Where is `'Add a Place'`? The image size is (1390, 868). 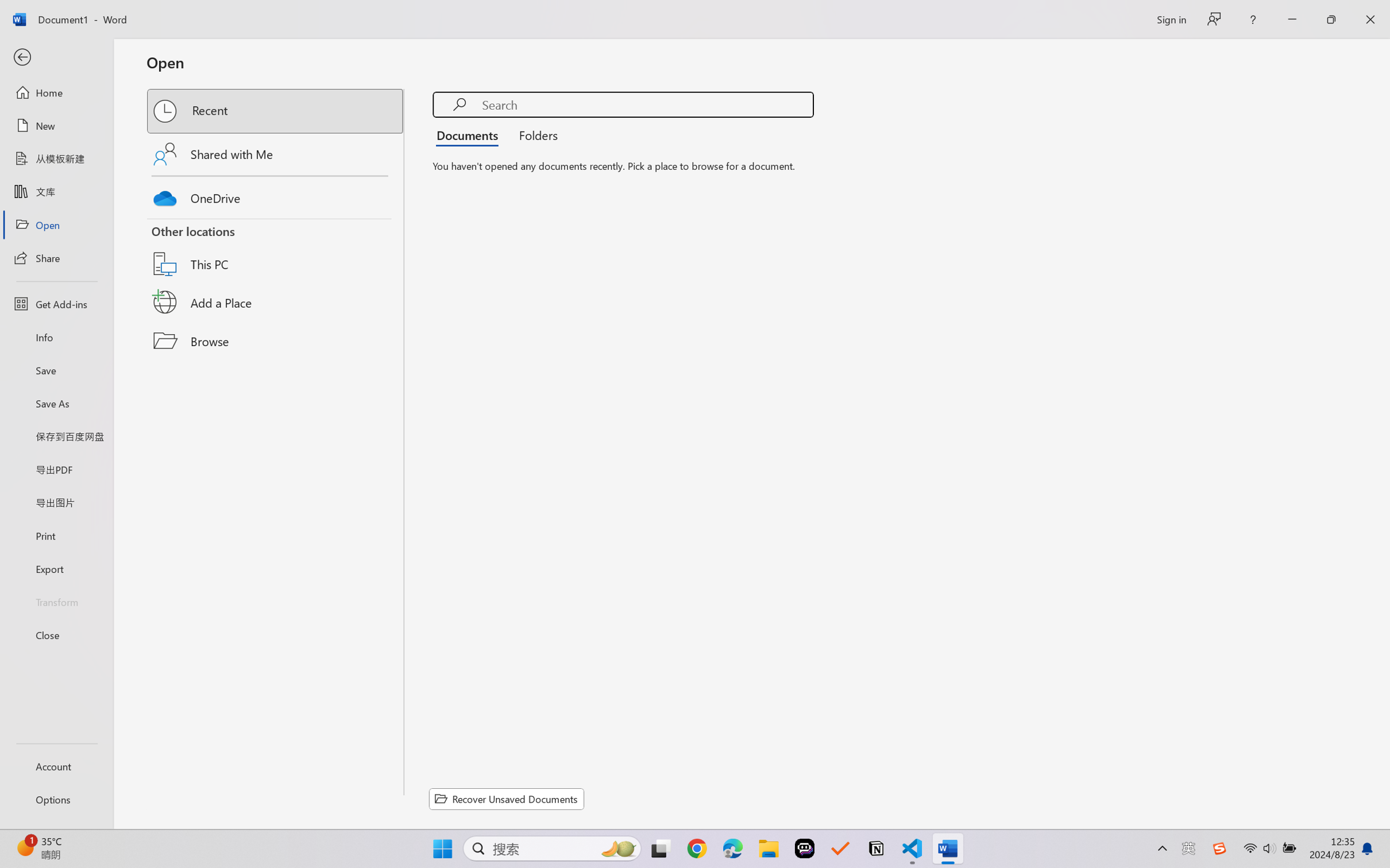 'Add a Place' is located at coordinates (276, 301).